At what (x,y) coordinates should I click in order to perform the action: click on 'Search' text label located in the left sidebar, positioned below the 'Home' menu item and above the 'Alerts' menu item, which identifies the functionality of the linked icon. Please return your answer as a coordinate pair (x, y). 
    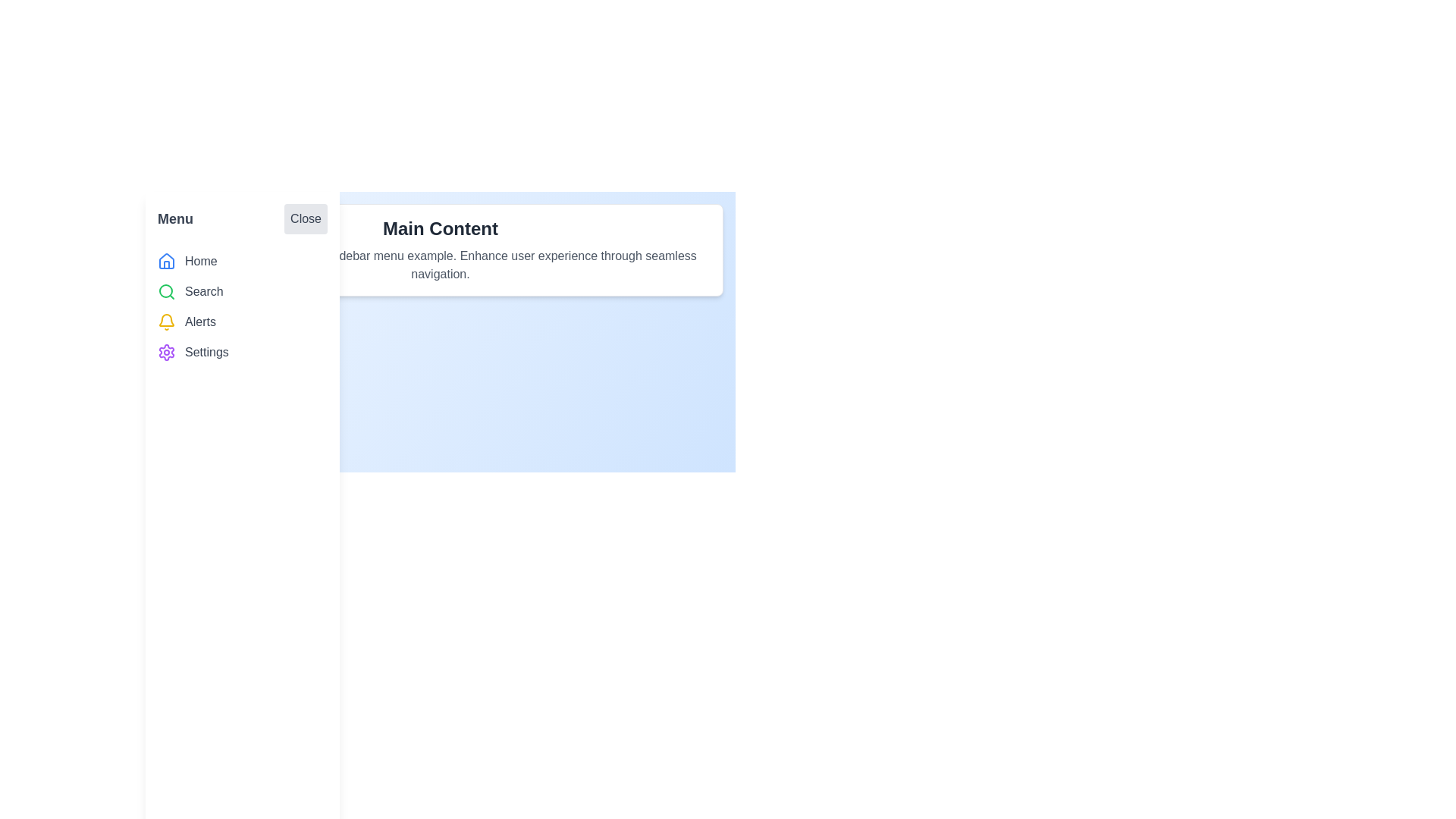
    Looking at the image, I should click on (203, 292).